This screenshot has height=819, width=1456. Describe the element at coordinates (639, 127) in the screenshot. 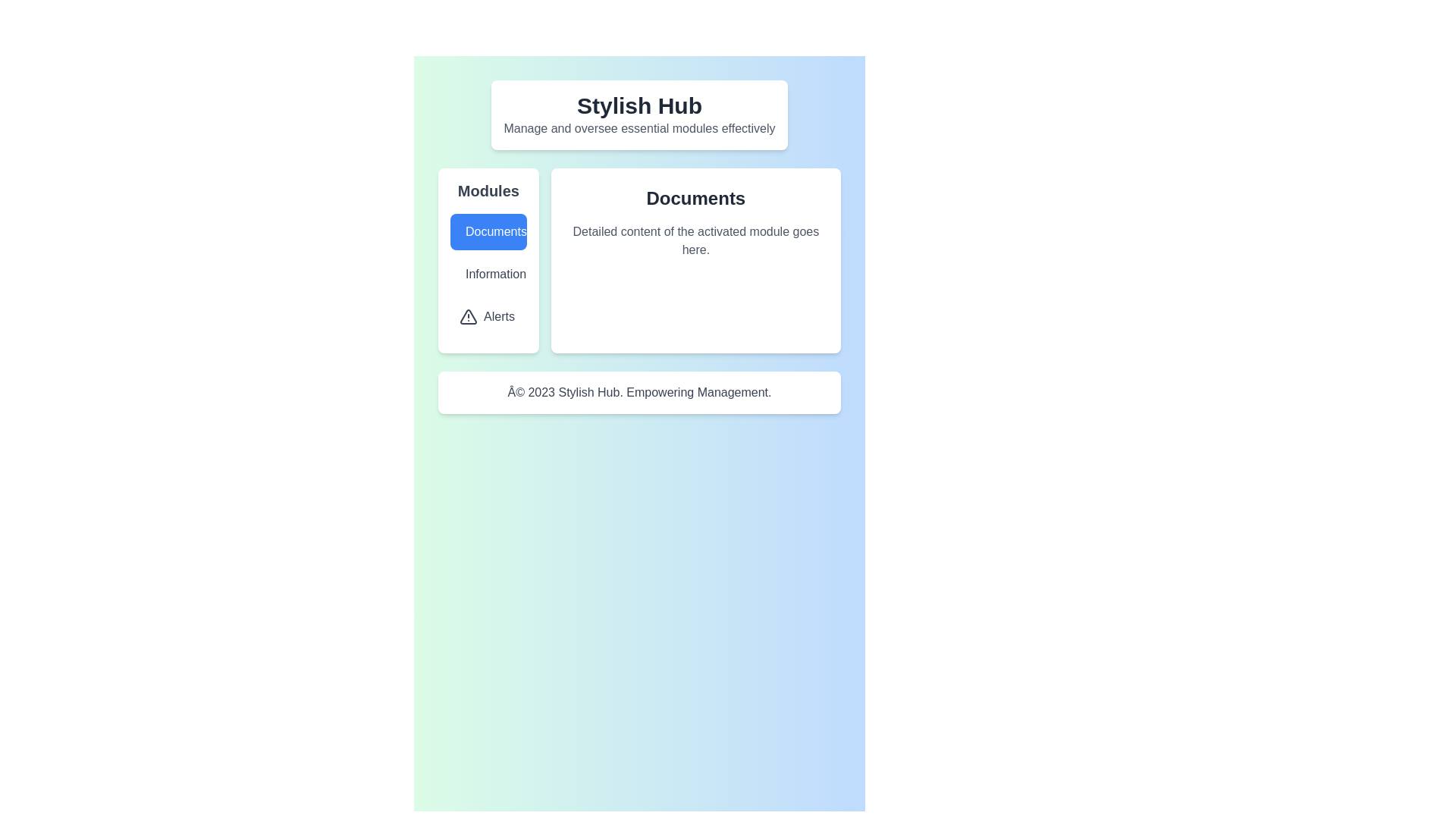

I see `the subtitle text element located below the 'Stylish Hub' heading within the white card to check for any tooltip or visual change` at that location.